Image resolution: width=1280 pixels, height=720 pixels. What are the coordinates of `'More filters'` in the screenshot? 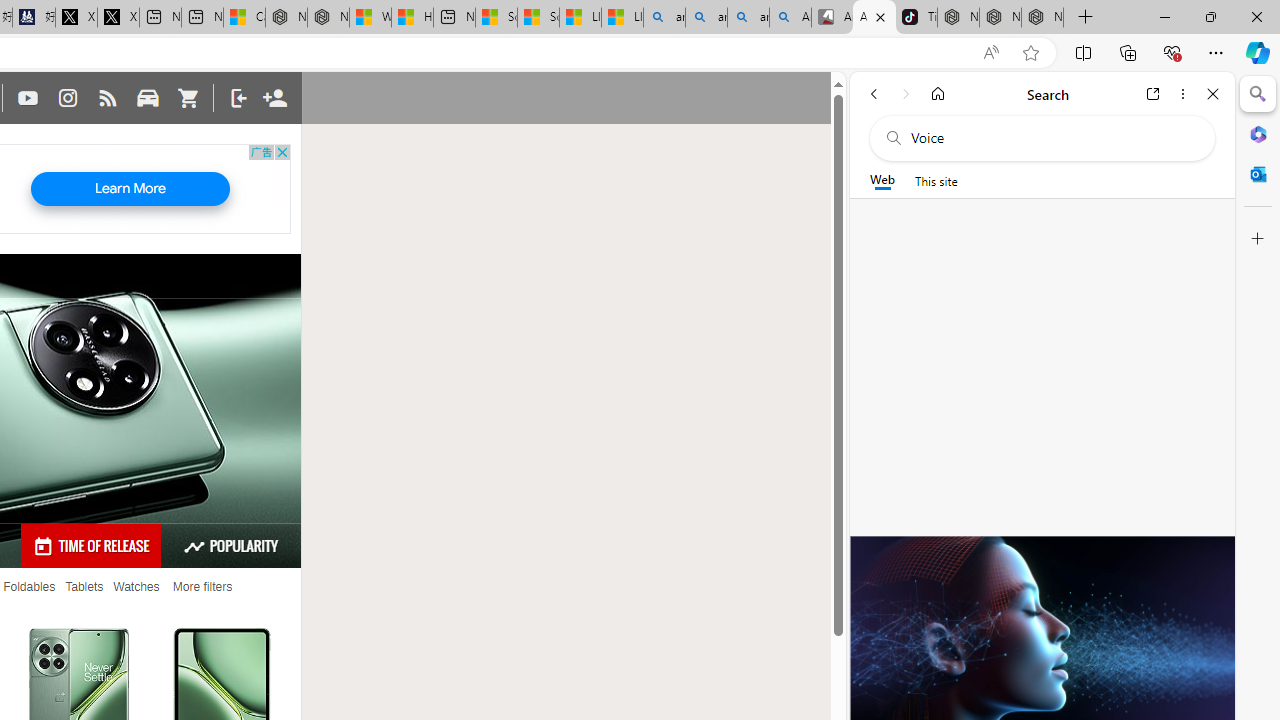 It's located at (202, 586).